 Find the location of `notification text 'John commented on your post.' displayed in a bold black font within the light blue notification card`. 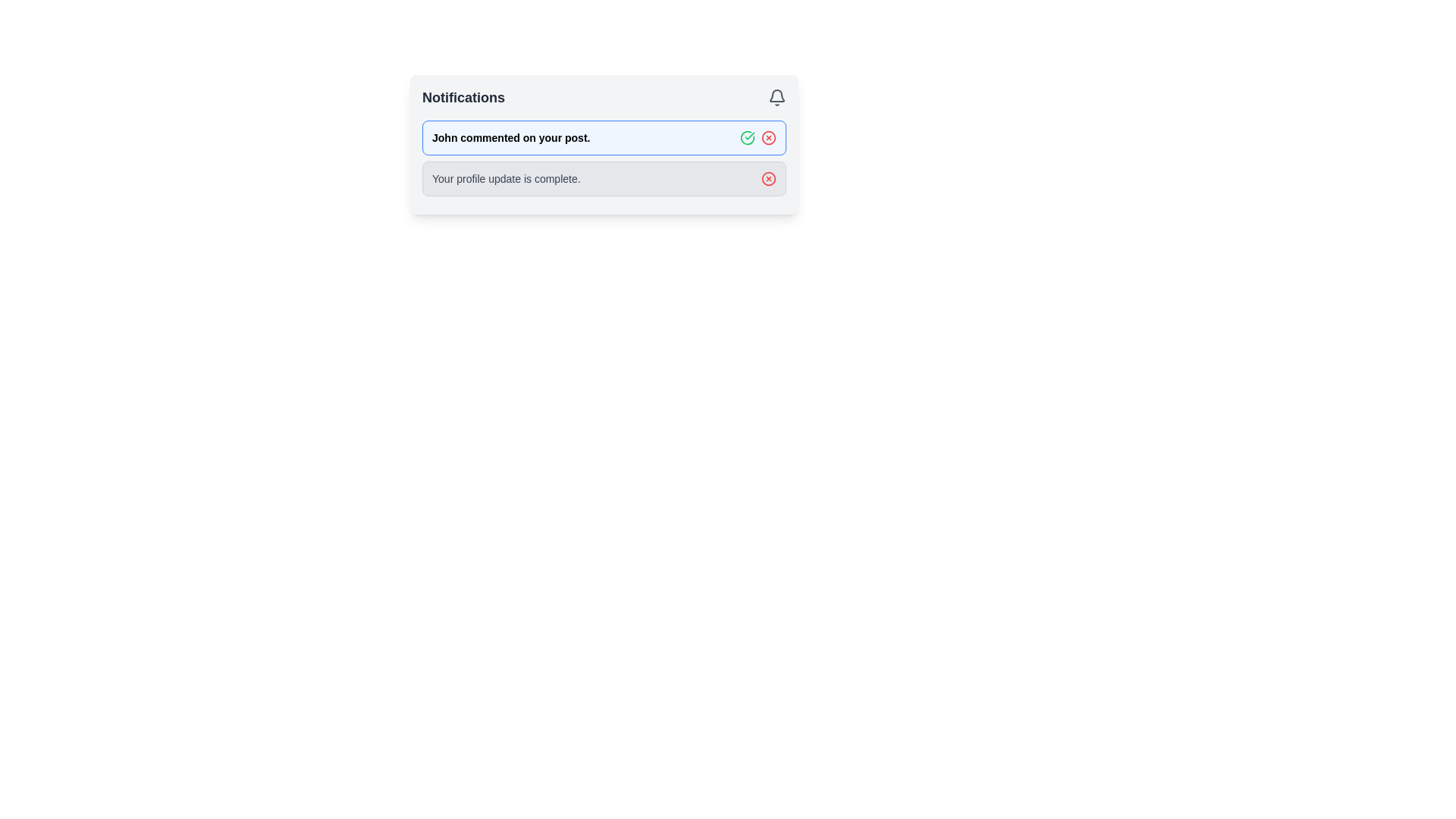

notification text 'John commented on your post.' displayed in a bold black font within the light blue notification card is located at coordinates (511, 137).